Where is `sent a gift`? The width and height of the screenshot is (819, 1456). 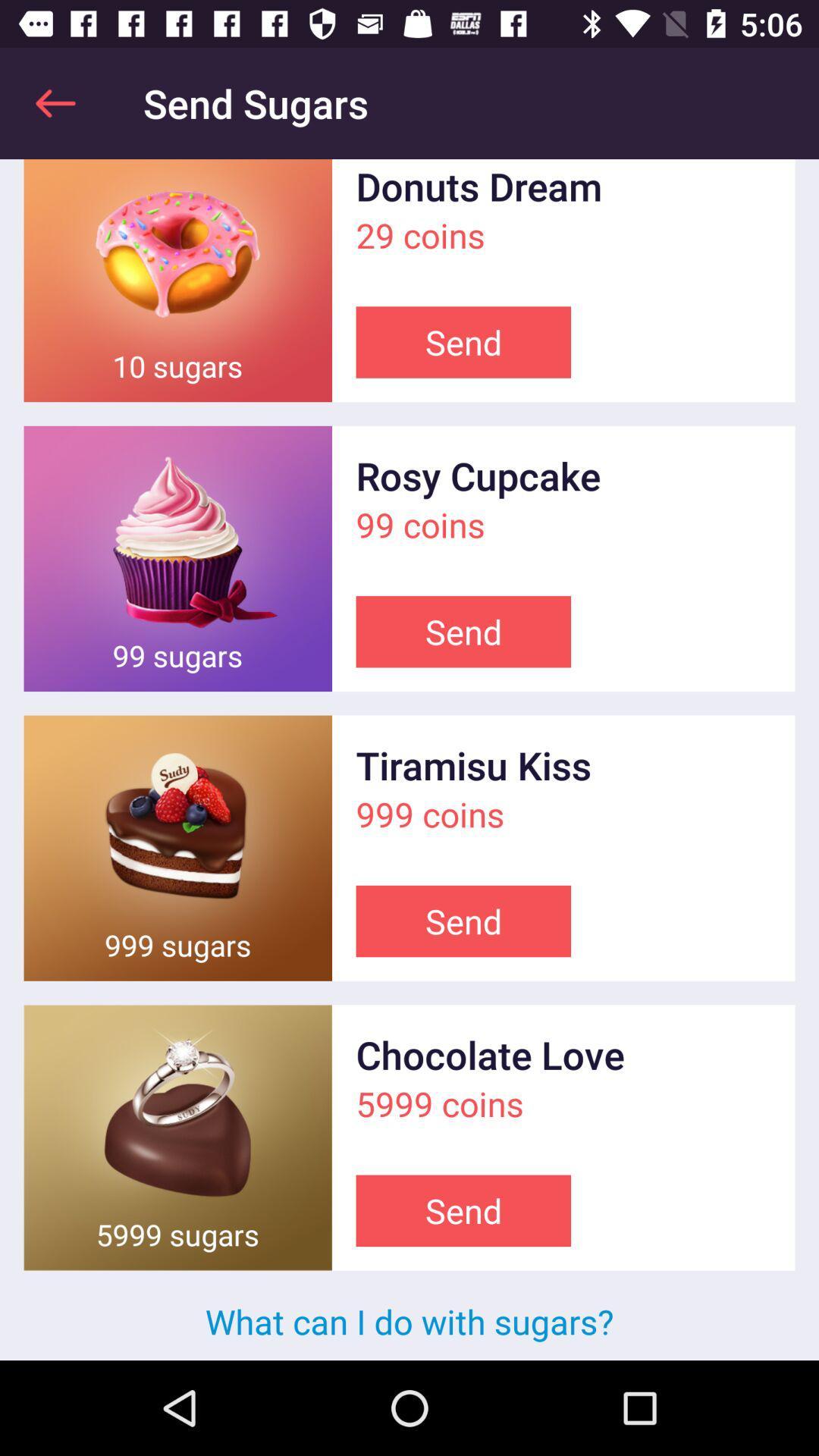 sent a gift is located at coordinates (177, 557).